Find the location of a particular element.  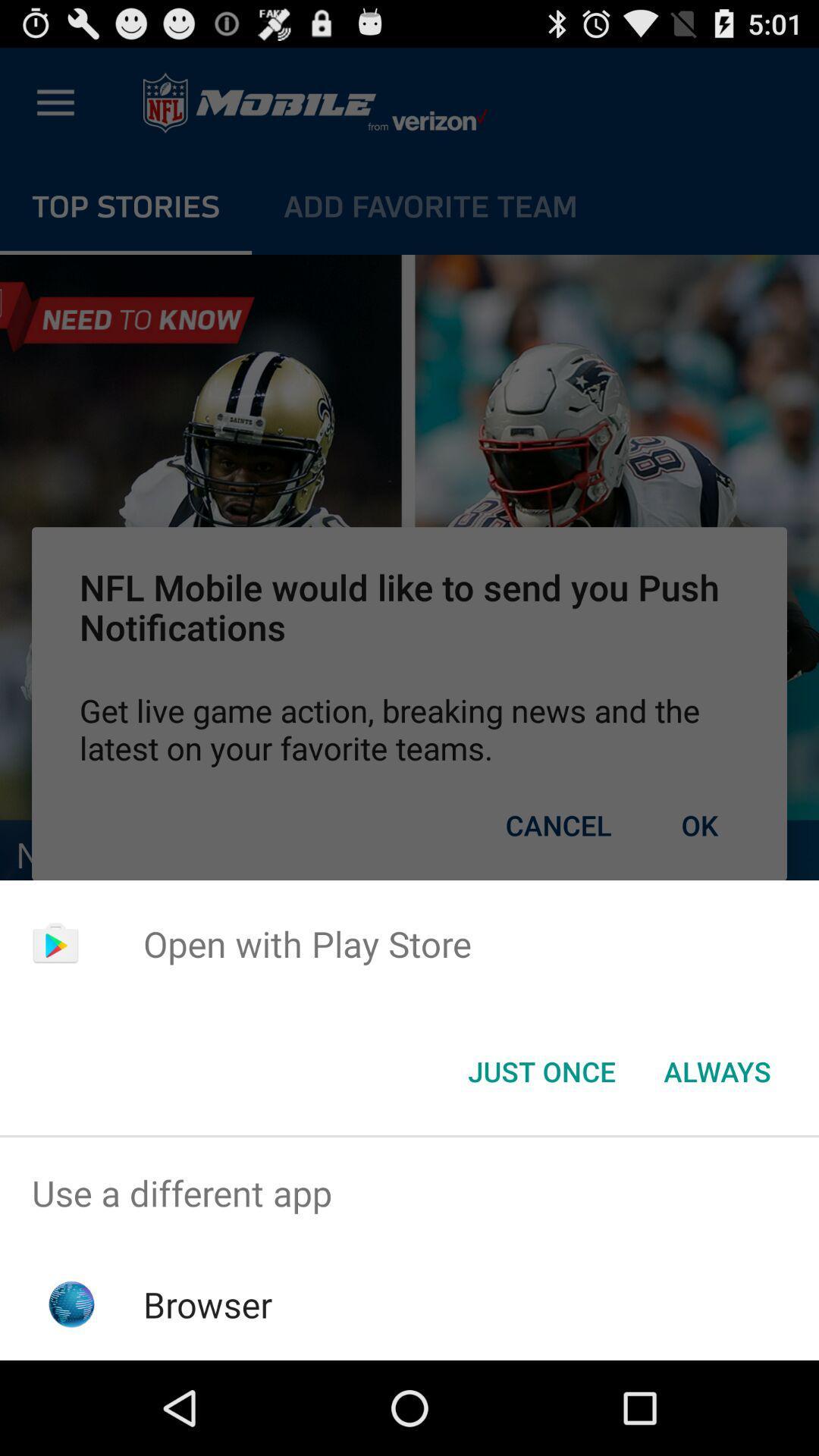

the icon to the right of the just once icon is located at coordinates (717, 1070).